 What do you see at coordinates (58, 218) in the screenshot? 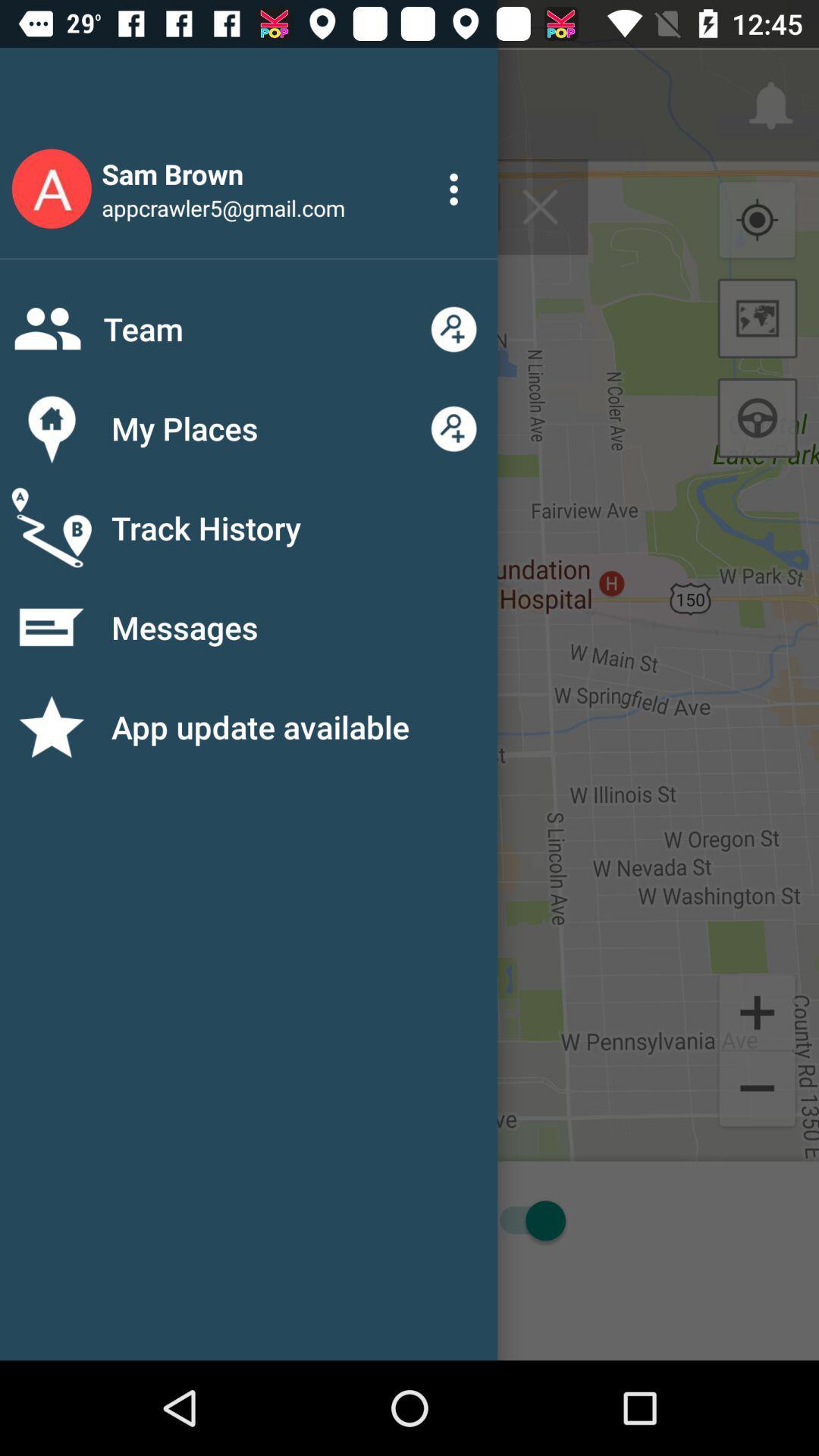
I see `the notifications icon` at bounding box center [58, 218].